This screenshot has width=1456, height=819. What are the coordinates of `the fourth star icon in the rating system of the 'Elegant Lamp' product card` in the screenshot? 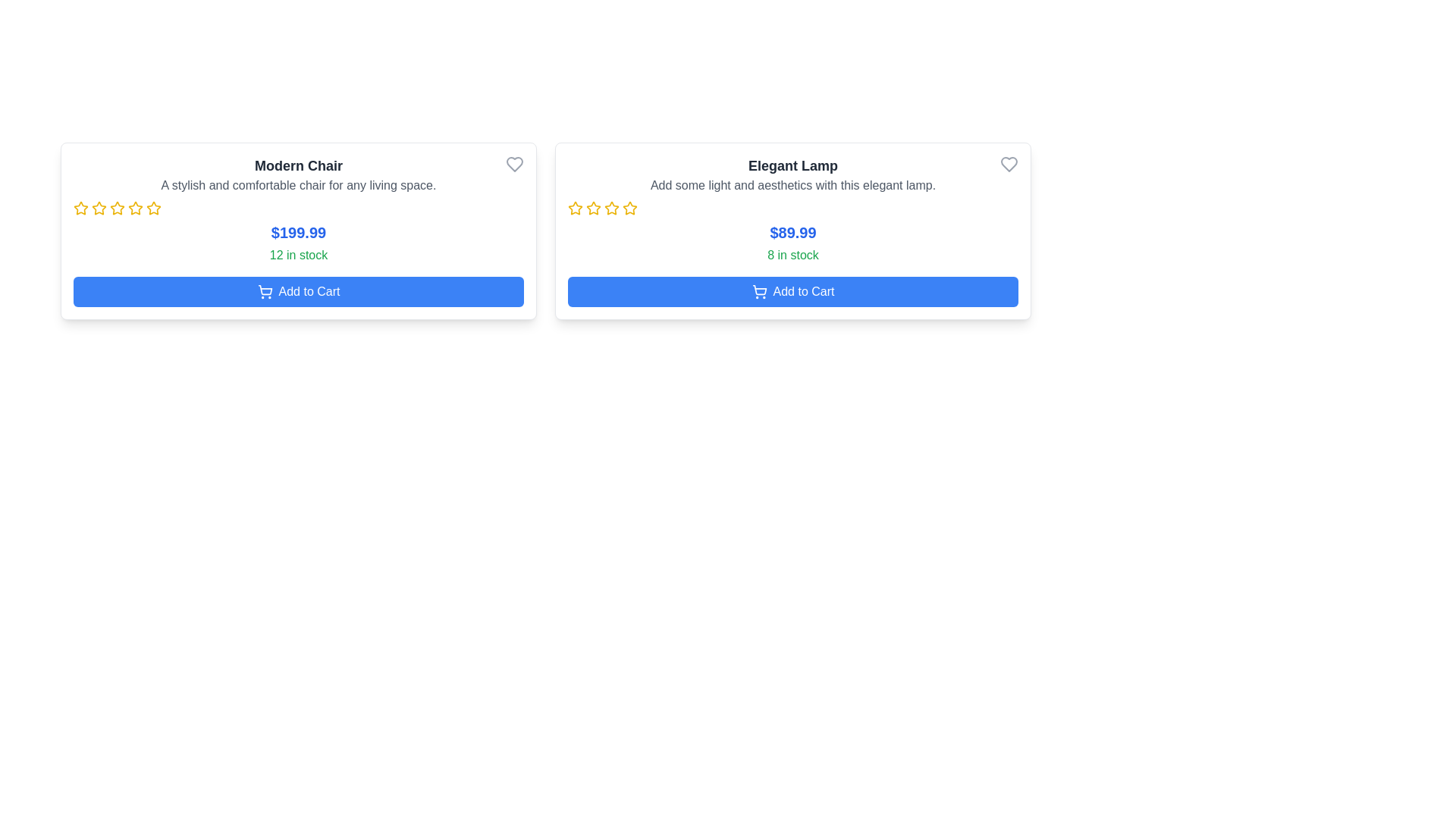 It's located at (629, 208).